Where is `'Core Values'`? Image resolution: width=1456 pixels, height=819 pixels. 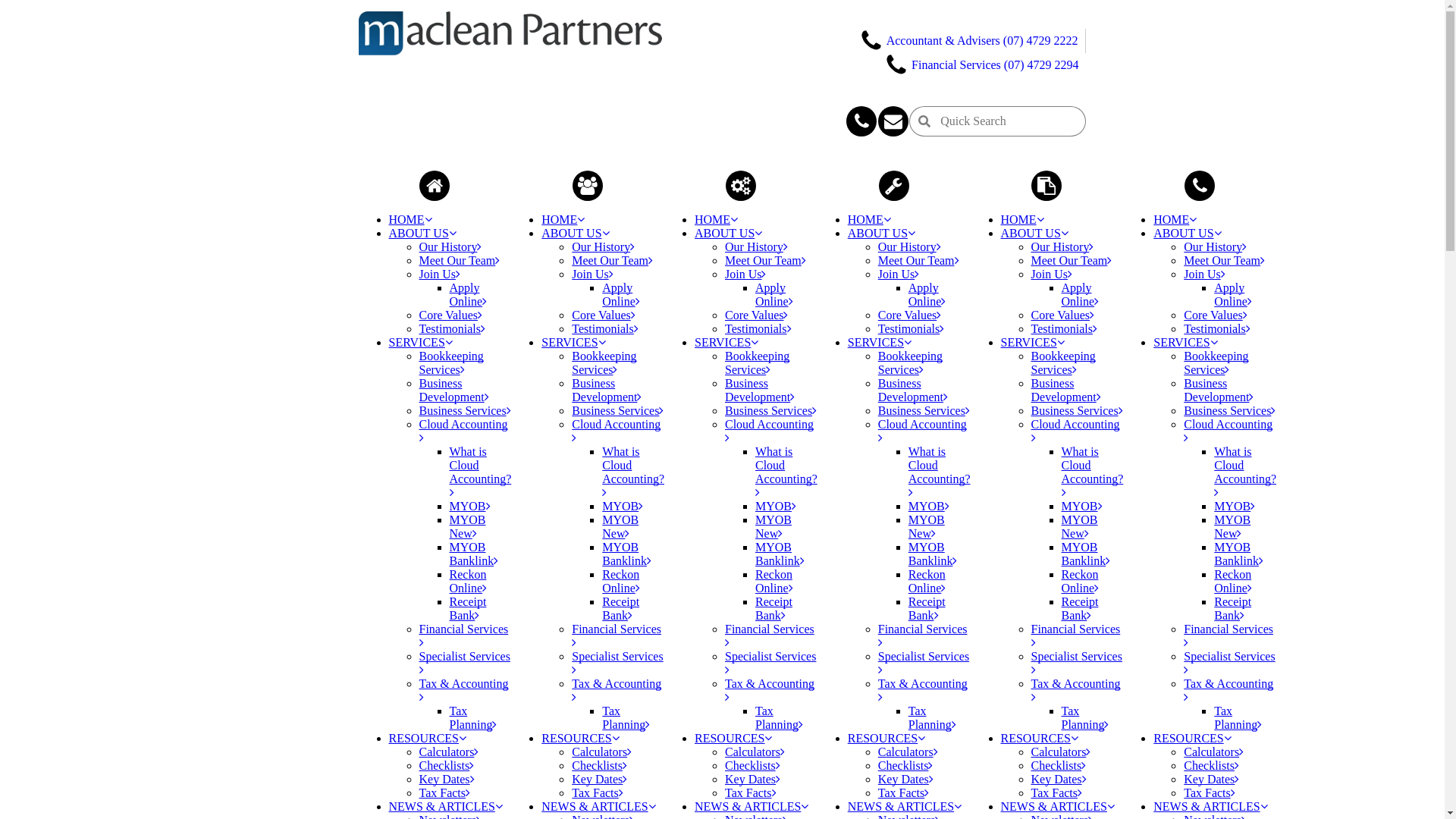
'Core Values' is located at coordinates (1215, 314).